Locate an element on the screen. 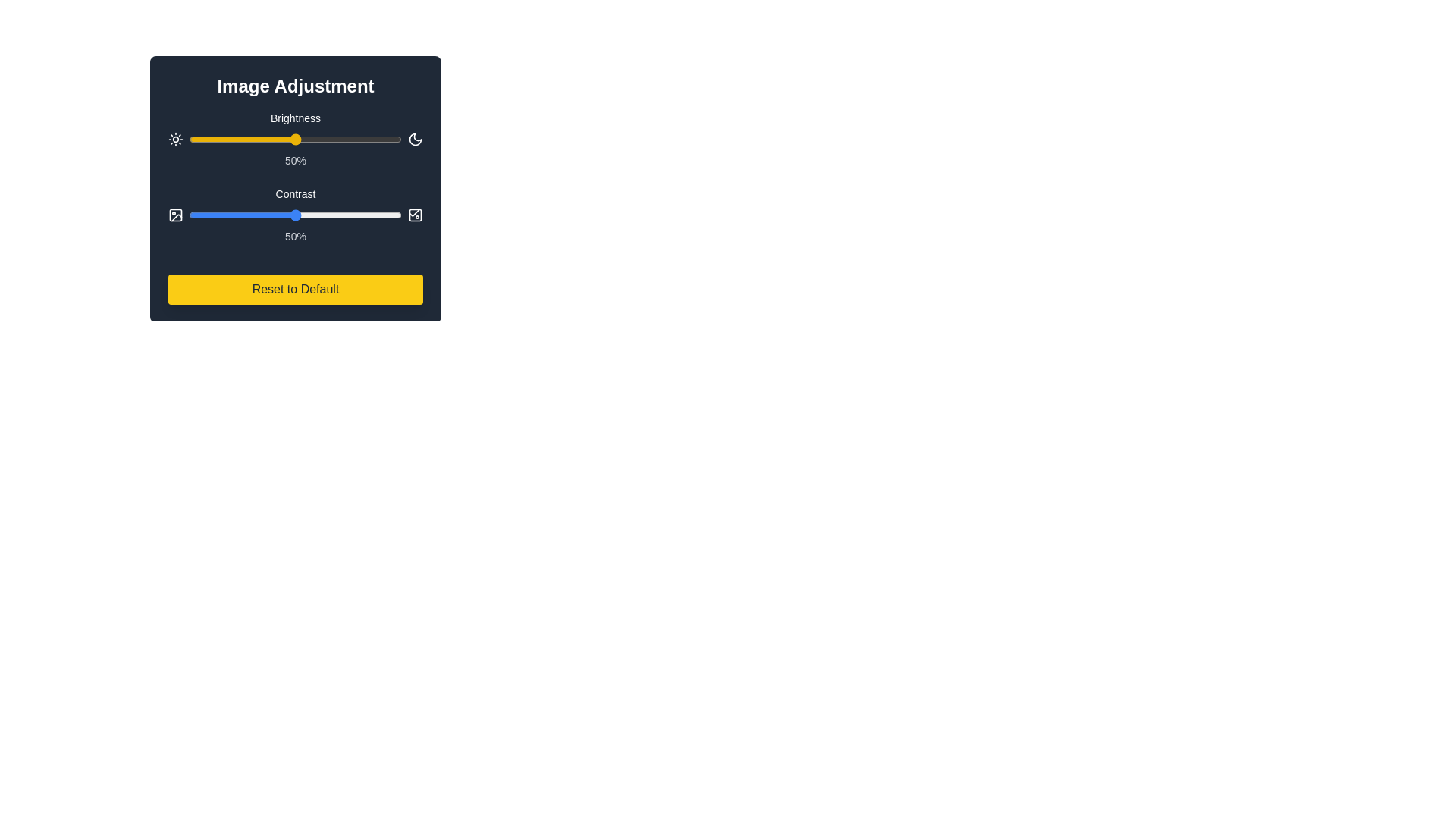  the contrast level is located at coordinates (354, 215).